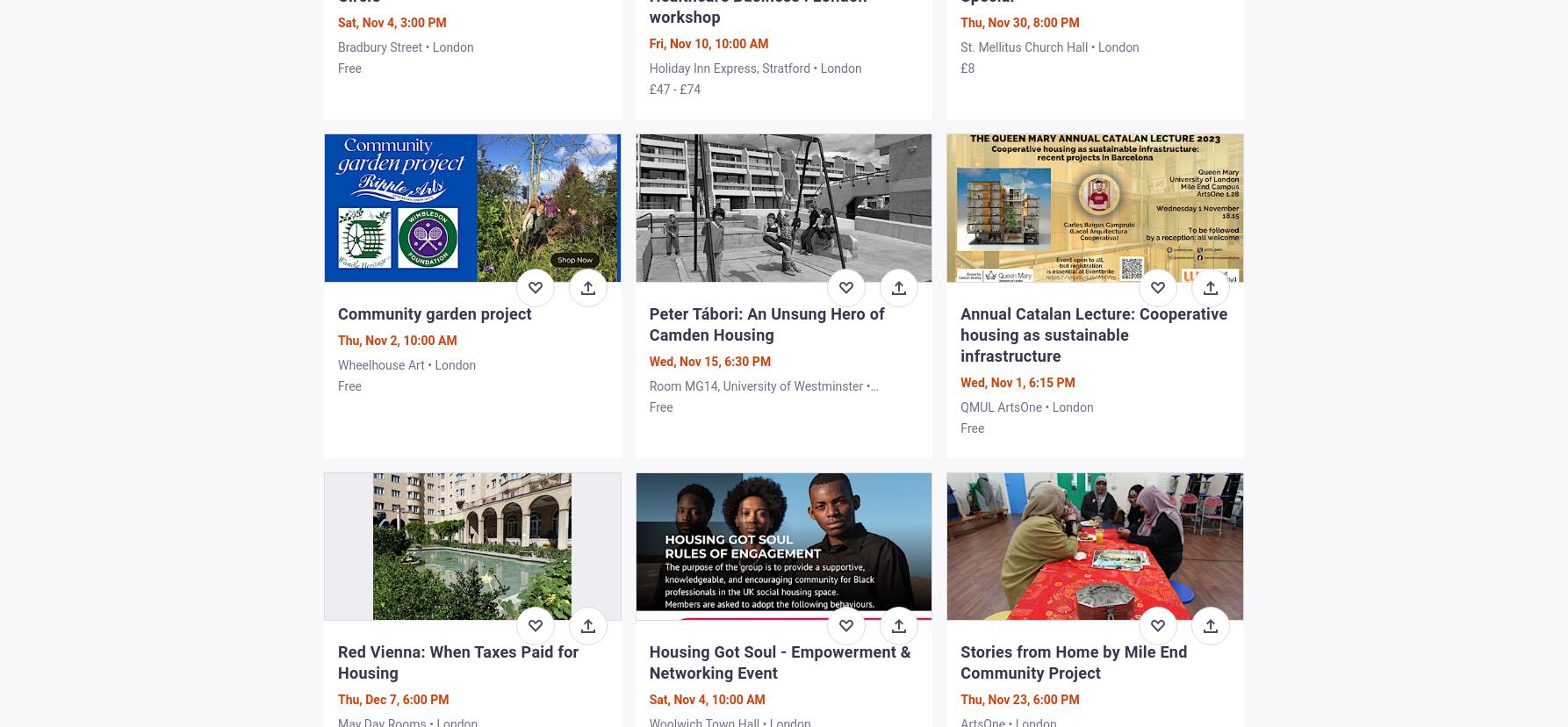 The height and width of the screenshot is (727, 1568). I want to click on 'Annual Catalan Lecture: Cooperative housing as sustainable infrastructure', so click(1093, 334).